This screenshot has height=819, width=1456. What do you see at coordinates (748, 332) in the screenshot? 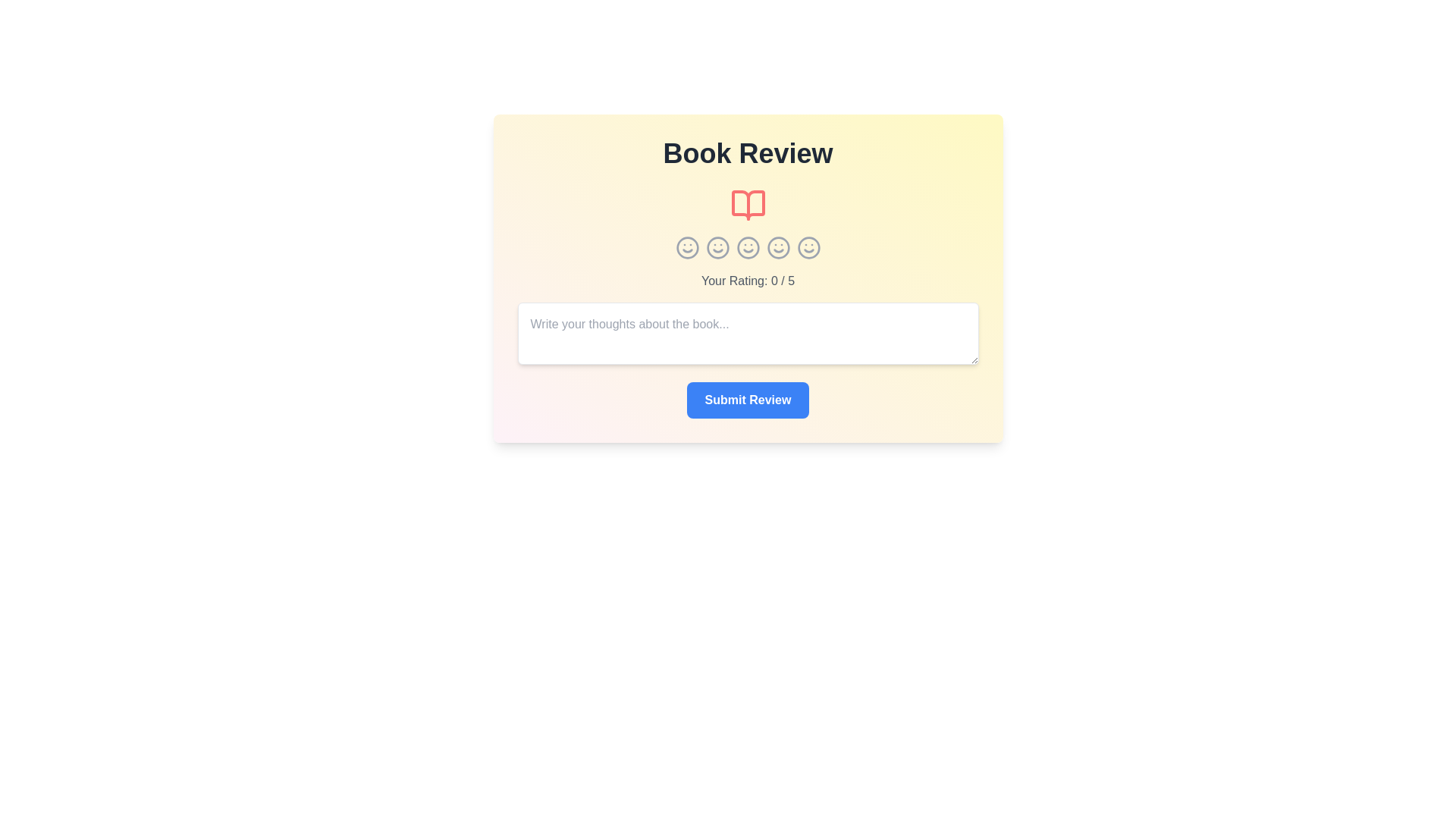
I see `the input text area to focus and enable typing` at bounding box center [748, 332].